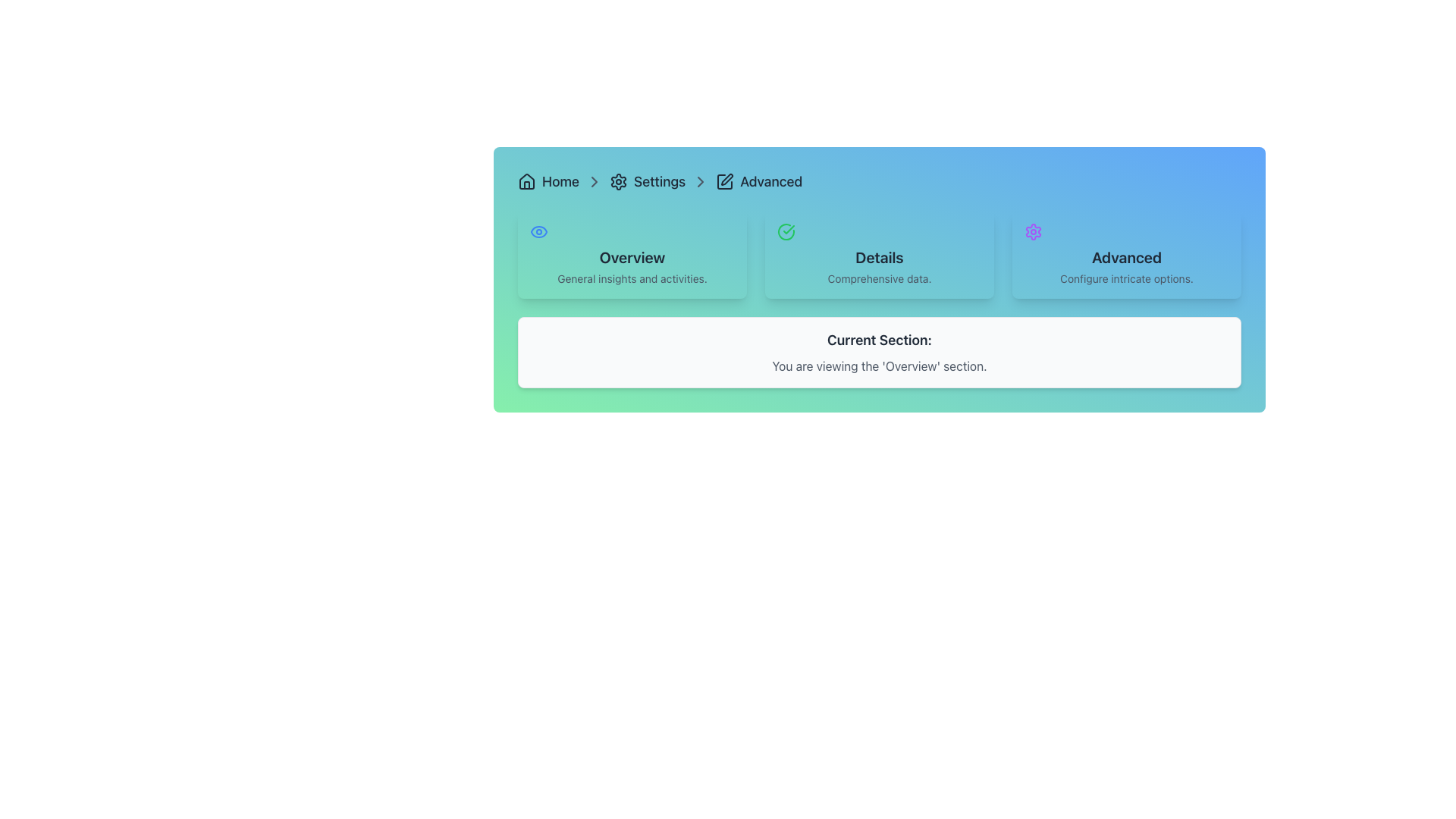 The height and width of the screenshot is (819, 1456). What do you see at coordinates (1033, 231) in the screenshot?
I see `the purple gear-shaped icon located in the 'Settings' section above the 'Advanced' card` at bounding box center [1033, 231].